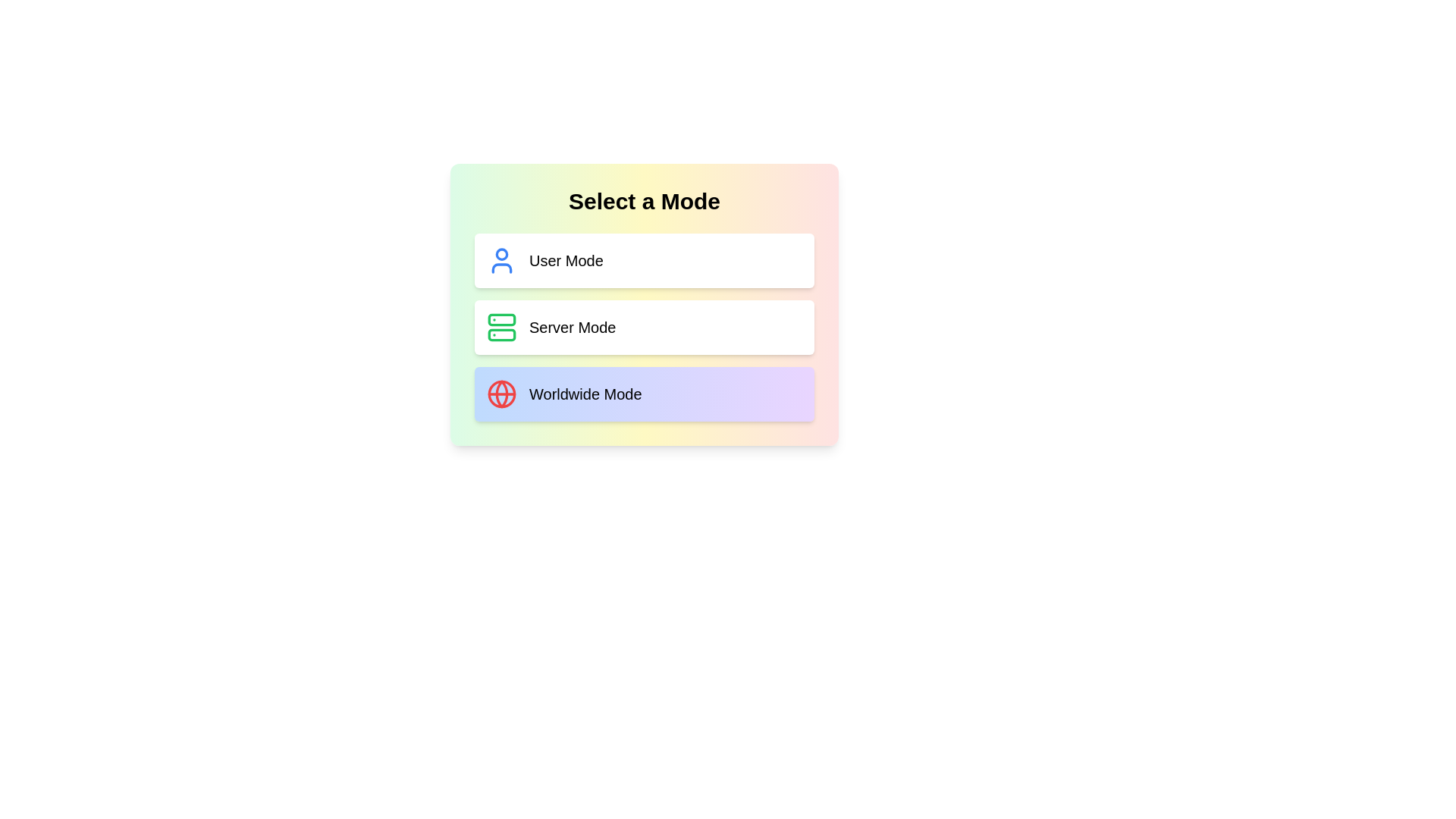 The height and width of the screenshot is (819, 1456). What do you see at coordinates (644, 304) in the screenshot?
I see `the 'Server Mode' button, which is the second button in a group of three vertically stacked buttons under the title 'Select a Mode'` at bounding box center [644, 304].